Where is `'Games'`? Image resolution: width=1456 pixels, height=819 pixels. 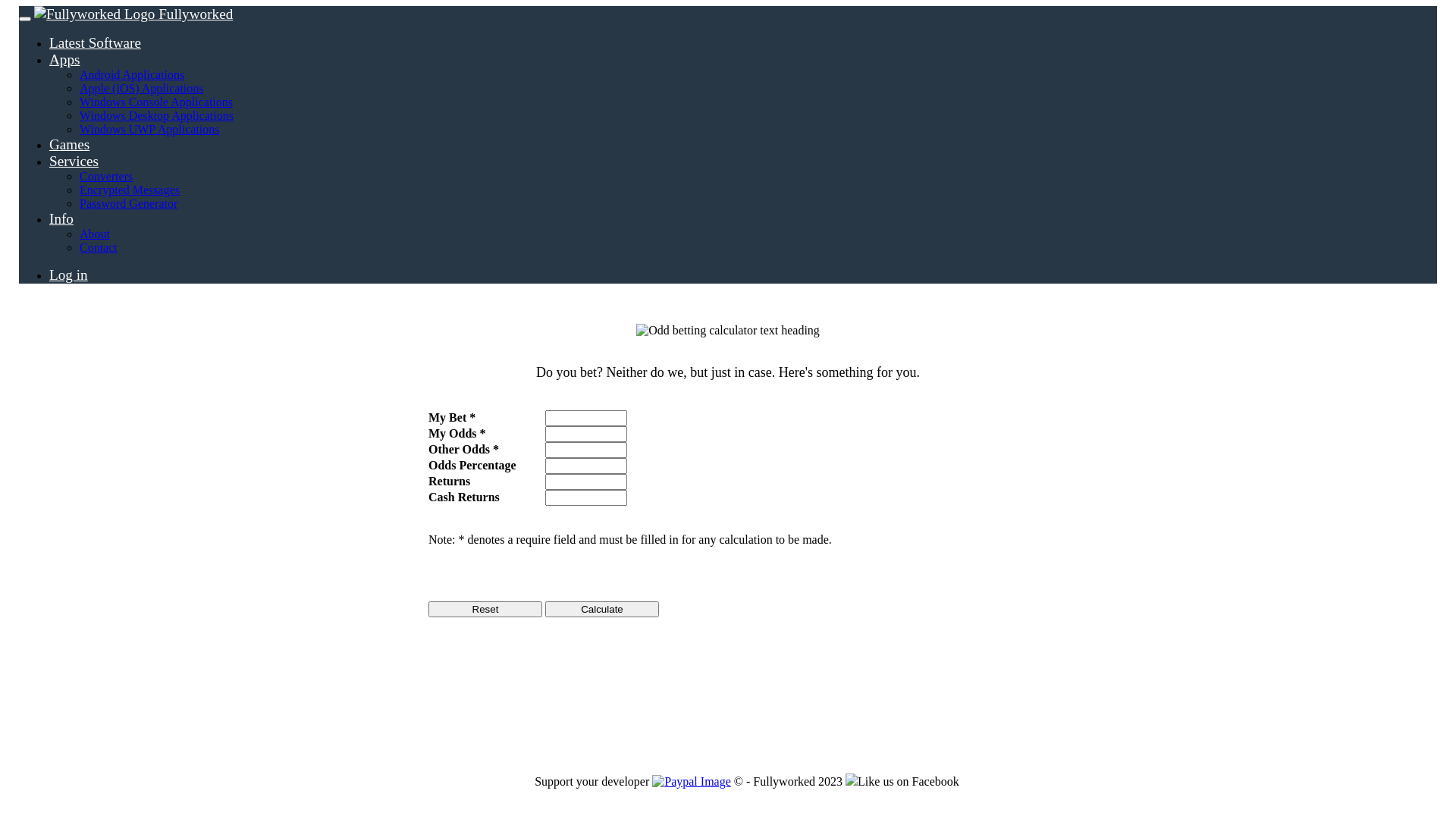
'Games' is located at coordinates (68, 132).